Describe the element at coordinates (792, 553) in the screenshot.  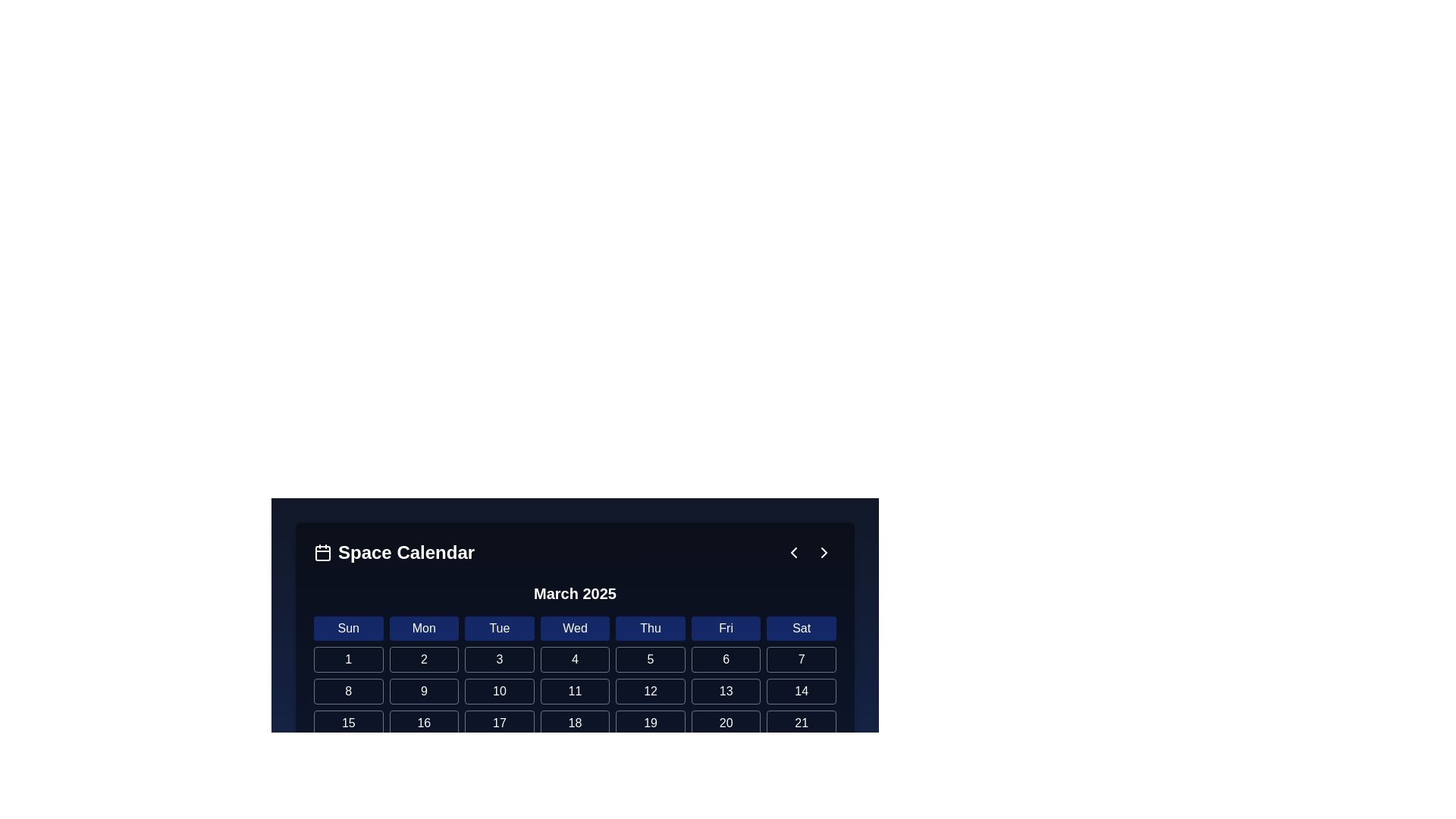
I see `the left-pointing chevron icon within the interactive button located at the top-right corner of the calendar header panel` at that location.